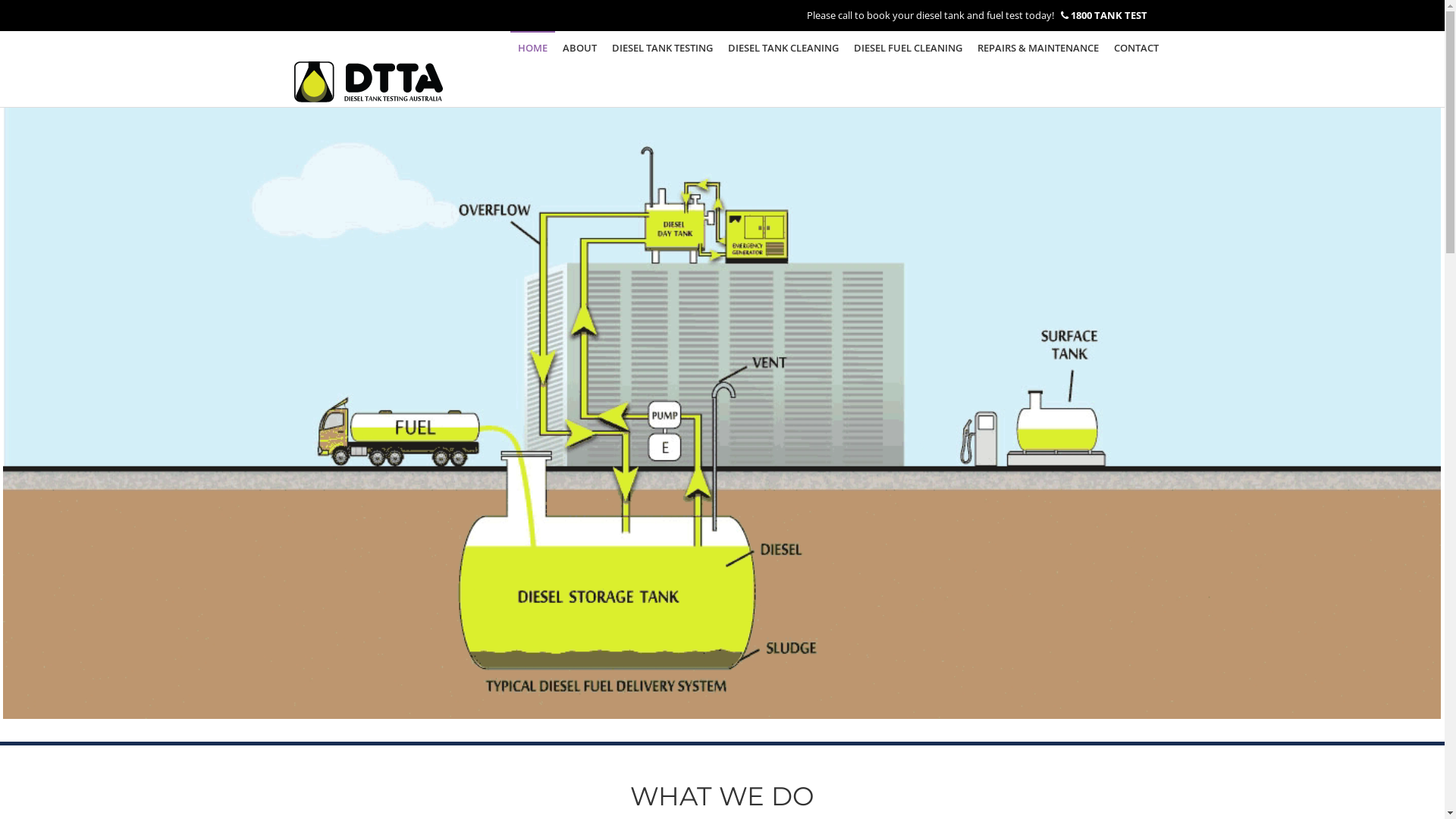  What do you see at coordinates (532, 46) in the screenshot?
I see `'HOME'` at bounding box center [532, 46].